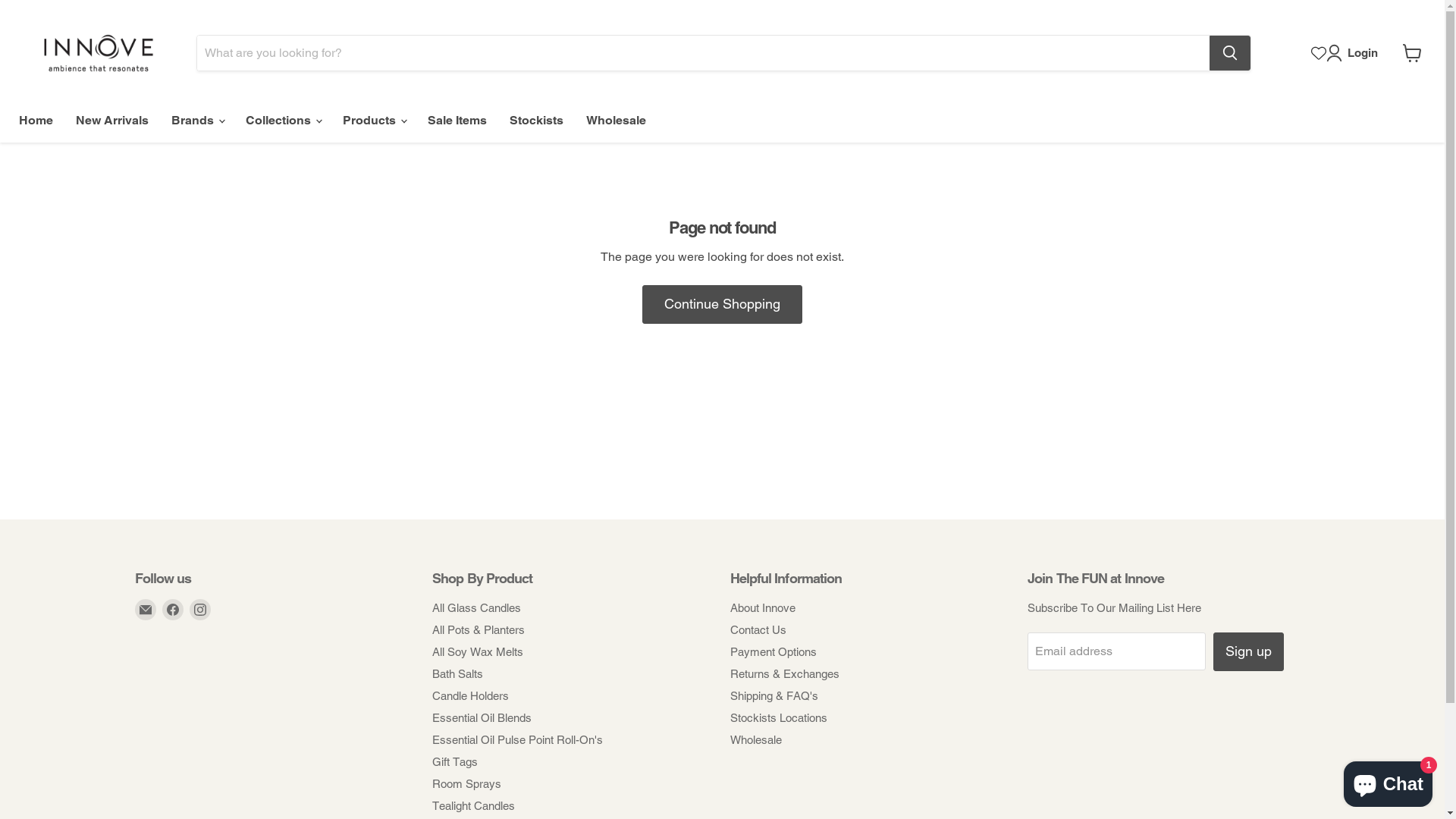  I want to click on 'Find us on Instagram', so click(199, 608).